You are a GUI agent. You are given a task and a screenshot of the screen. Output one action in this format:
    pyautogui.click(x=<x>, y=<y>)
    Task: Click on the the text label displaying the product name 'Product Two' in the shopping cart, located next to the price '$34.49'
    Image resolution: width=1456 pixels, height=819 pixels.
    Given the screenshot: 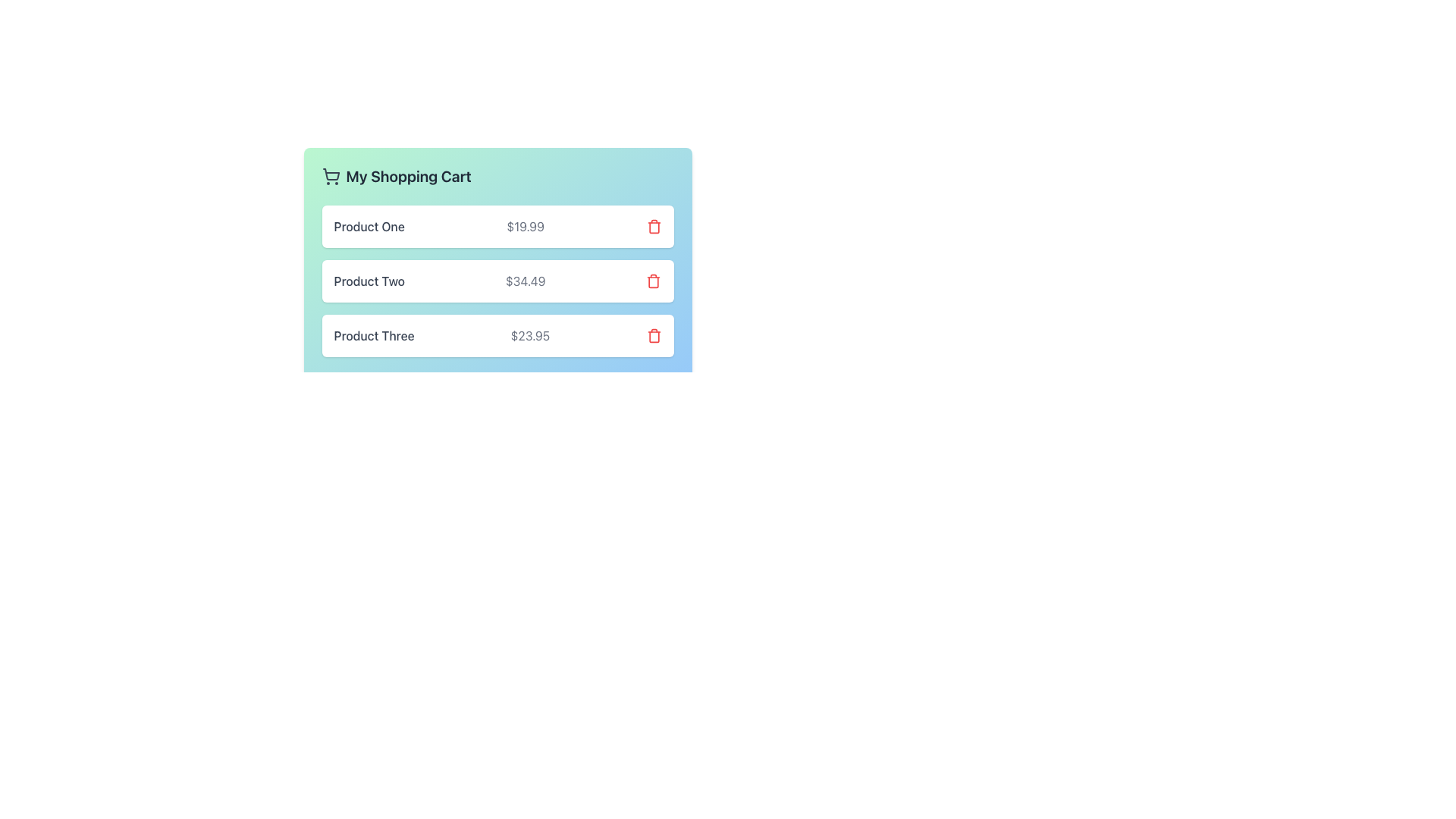 What is the action you would take?
    pyautogui.click(x=369, y=281)
    